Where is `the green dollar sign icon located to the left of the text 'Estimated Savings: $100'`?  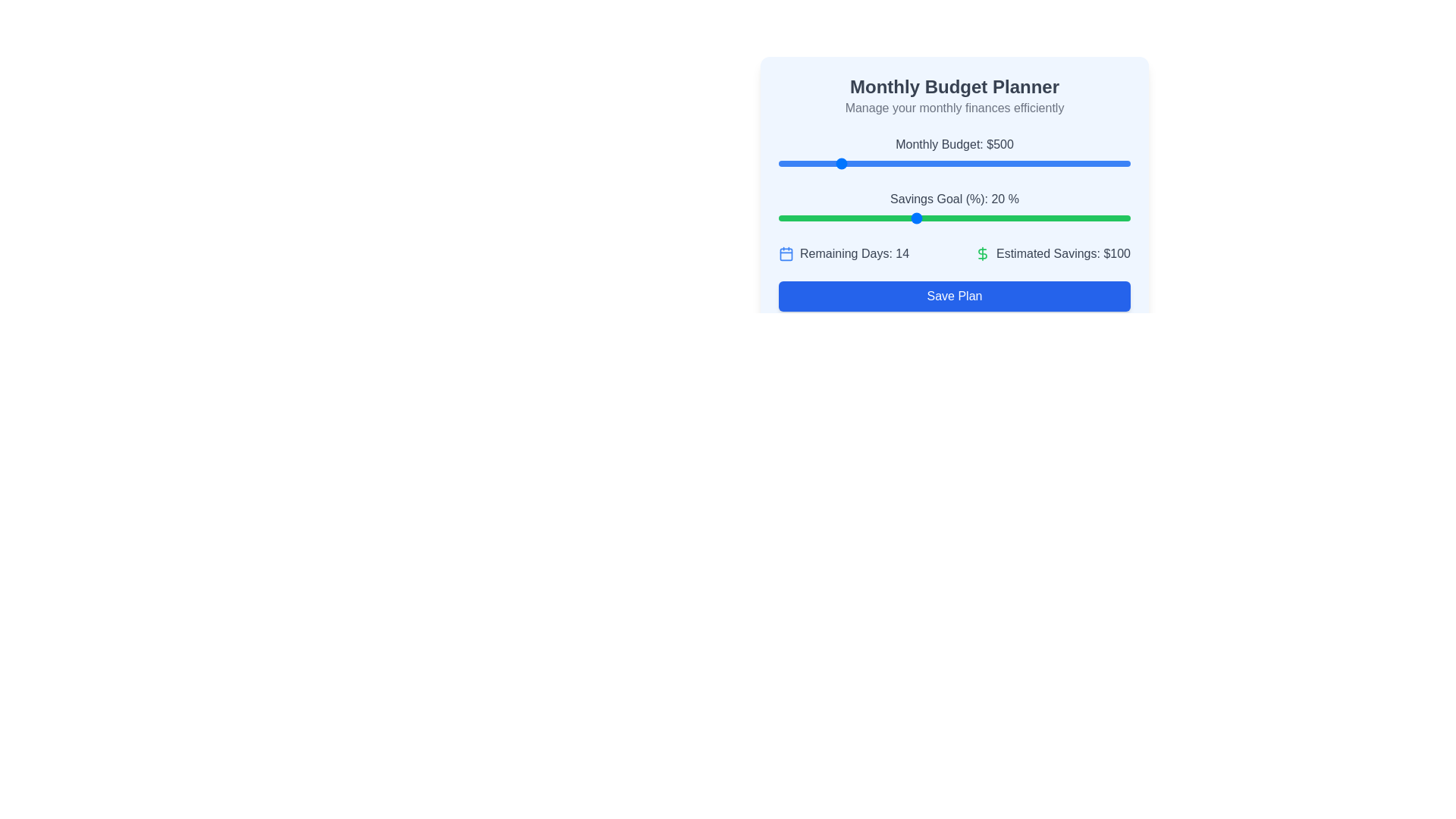 the green dollar sign icon located to the left of the text 'Estimated Savings: $100' is located at coordinates (983, 253).